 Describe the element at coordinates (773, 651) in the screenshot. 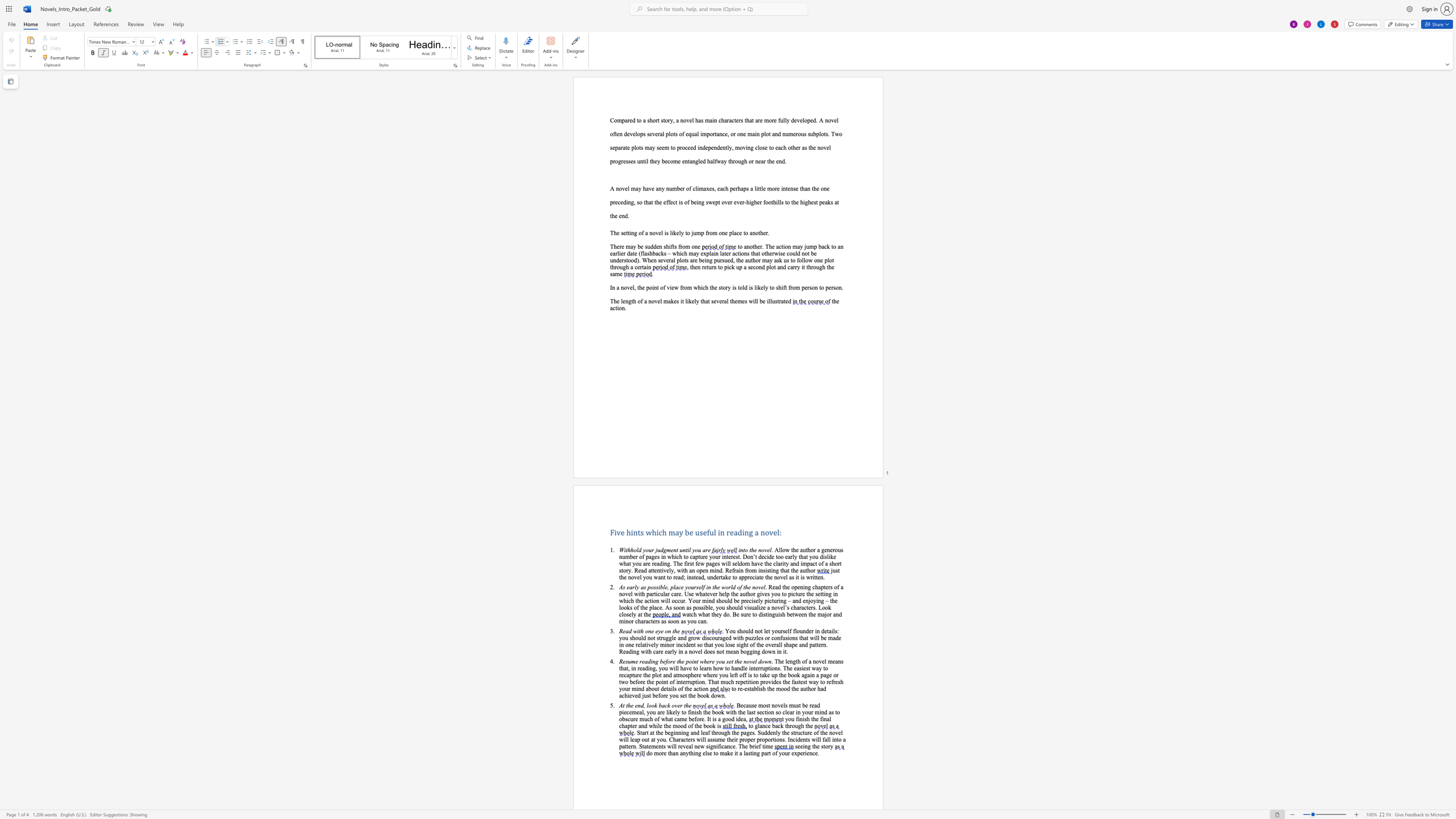

I see `the 11th character "n" in the text` at that location.